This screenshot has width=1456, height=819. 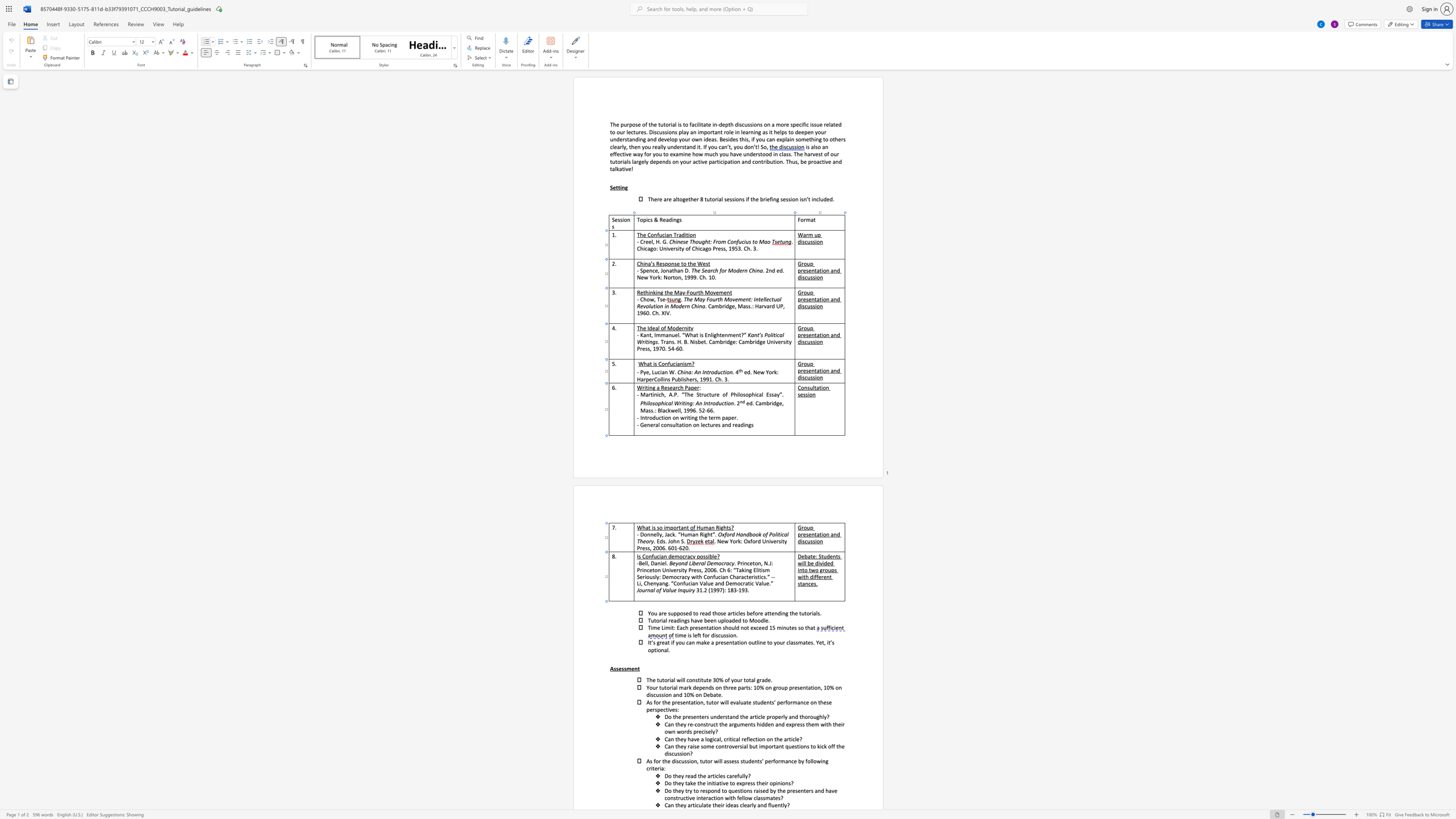 I want to click on the 1th character "f" in the text, so click(x=747, y=739).